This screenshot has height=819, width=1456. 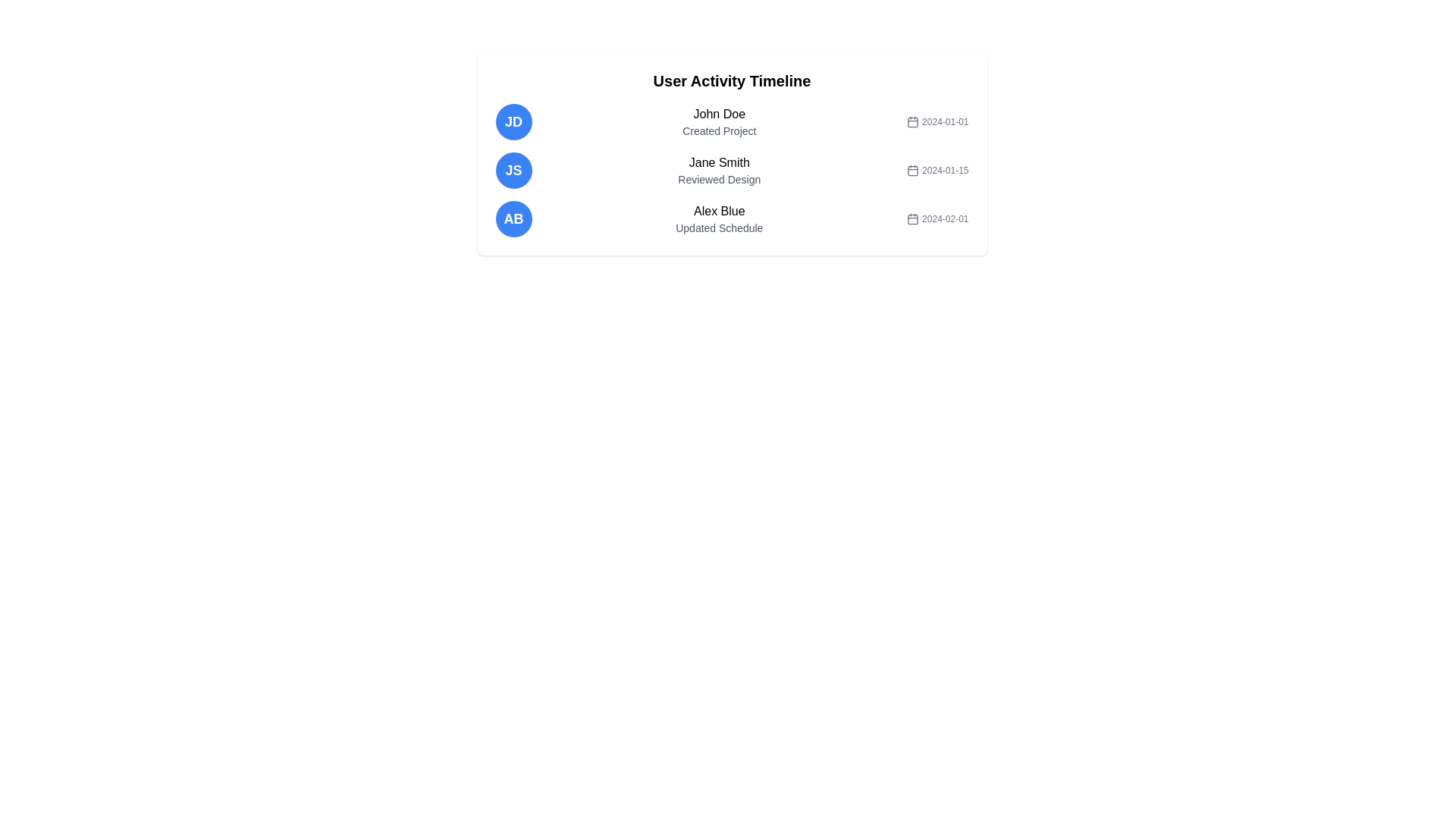 I want to click on text content of the text label identifying the user 'Alex Blue' and their activity 'Updated Schedule' within the timeline interface, so click(x=718, y=219).